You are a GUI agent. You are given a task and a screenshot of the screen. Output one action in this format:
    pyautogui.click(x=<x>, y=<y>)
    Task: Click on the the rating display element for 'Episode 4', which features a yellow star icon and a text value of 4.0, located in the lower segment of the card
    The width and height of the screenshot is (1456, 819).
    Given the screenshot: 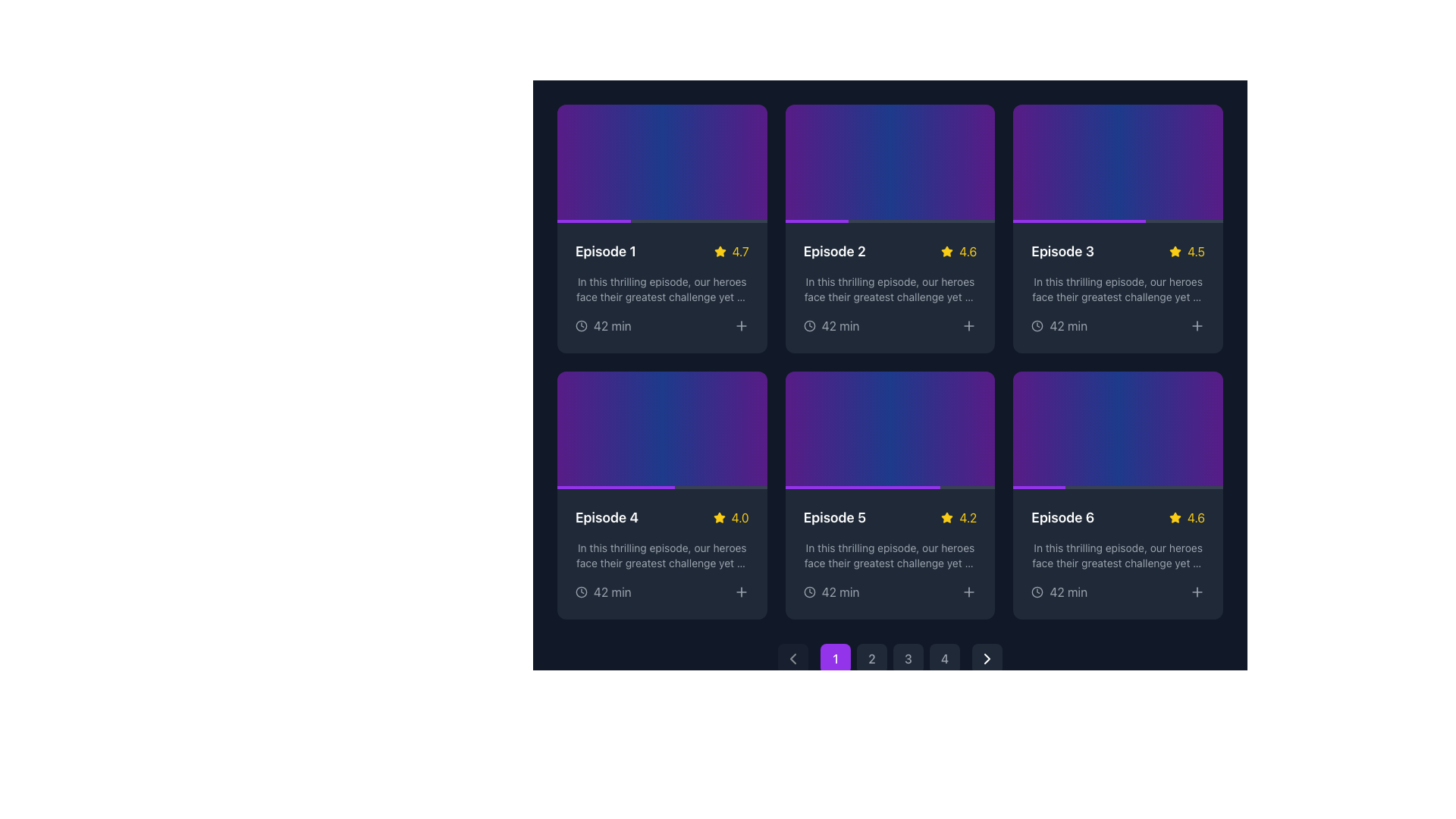 What is the action you would take?
    pyautogui.click(x=731, y=517)
    